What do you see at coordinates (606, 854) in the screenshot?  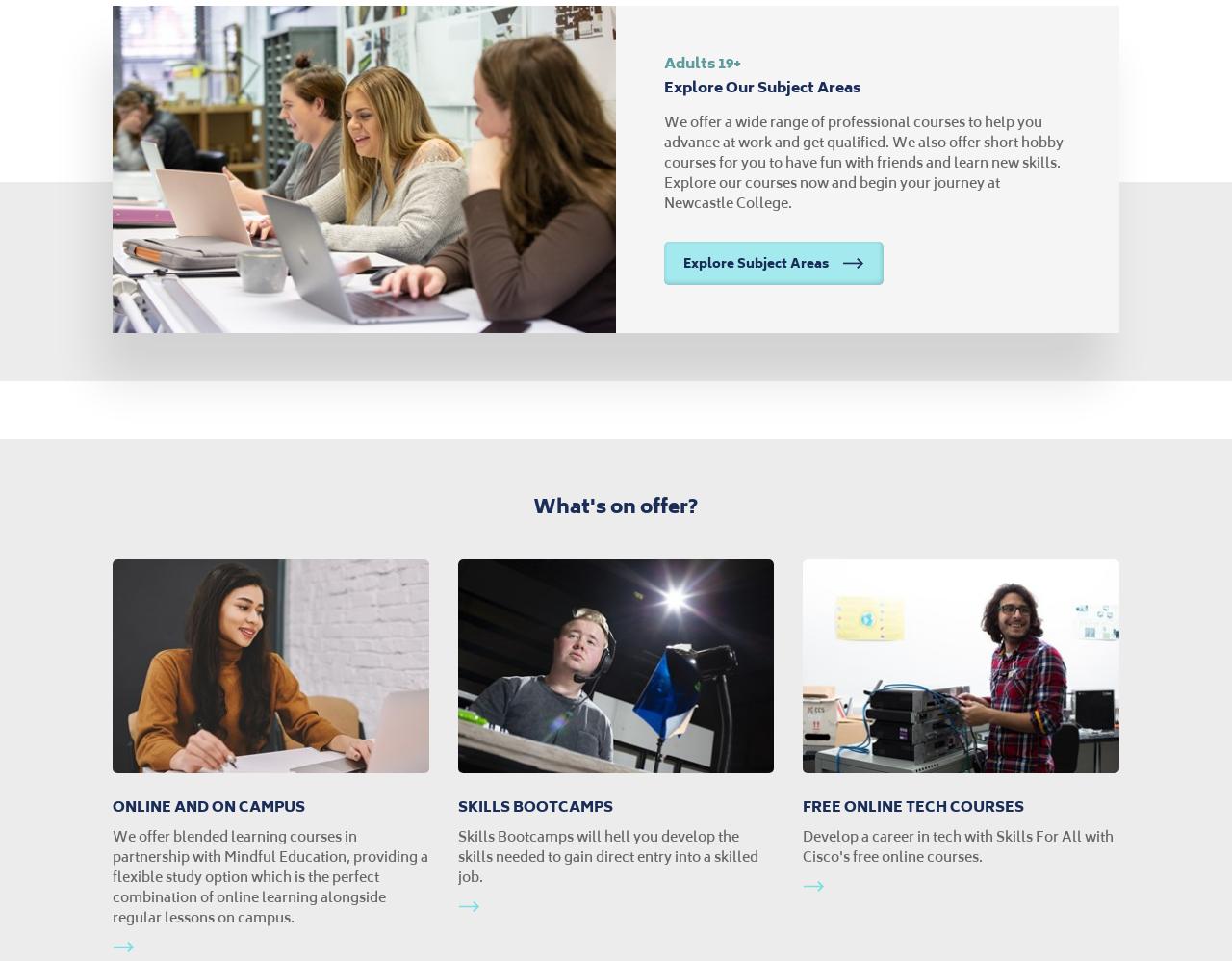 I see `'Skills Bootcamps will hell you develop the skills needed to gain direct entry into a skilled job.'` at bounding box center [606, 854].